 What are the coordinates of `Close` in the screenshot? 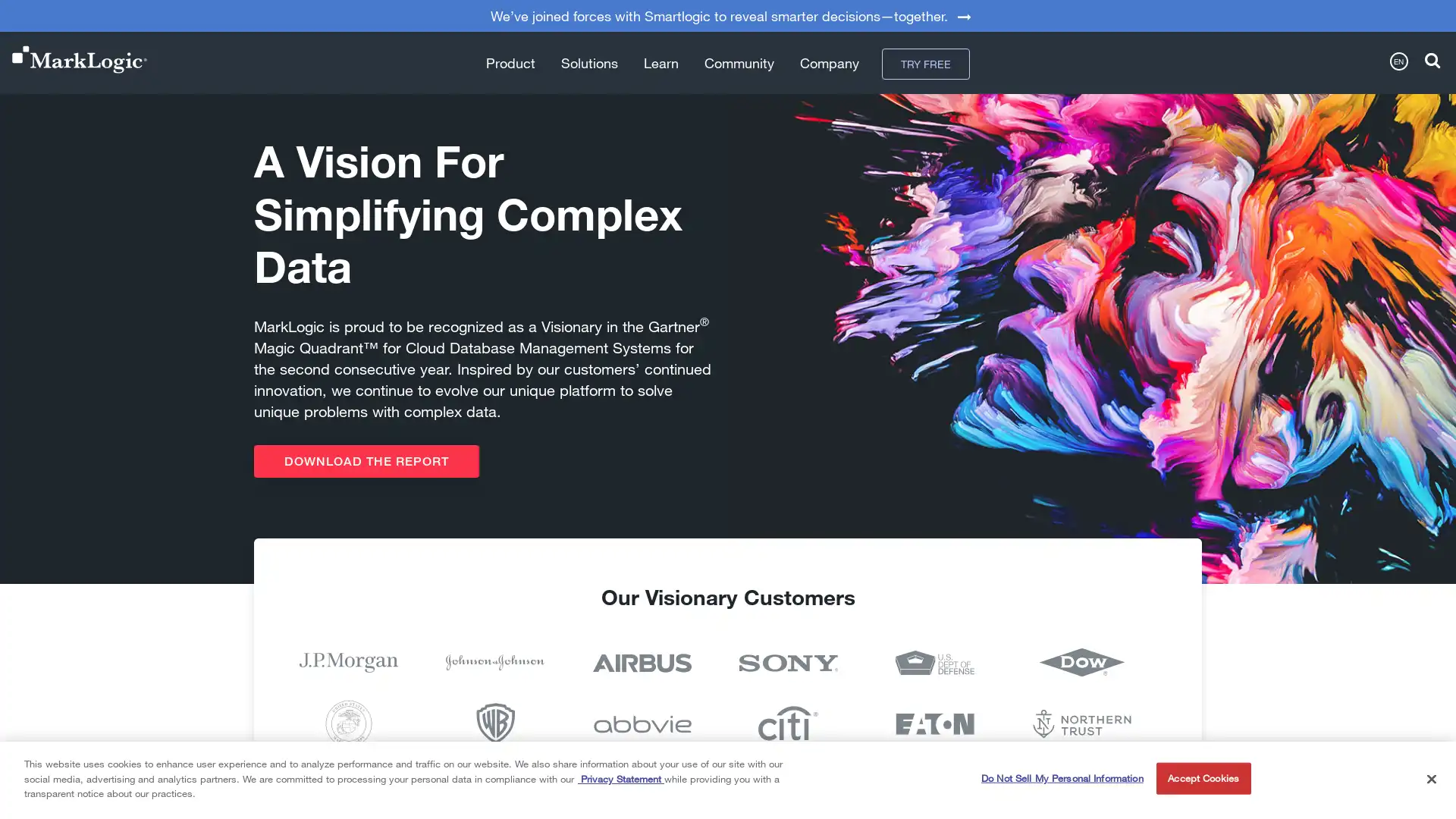 It's located at (1430, 778).